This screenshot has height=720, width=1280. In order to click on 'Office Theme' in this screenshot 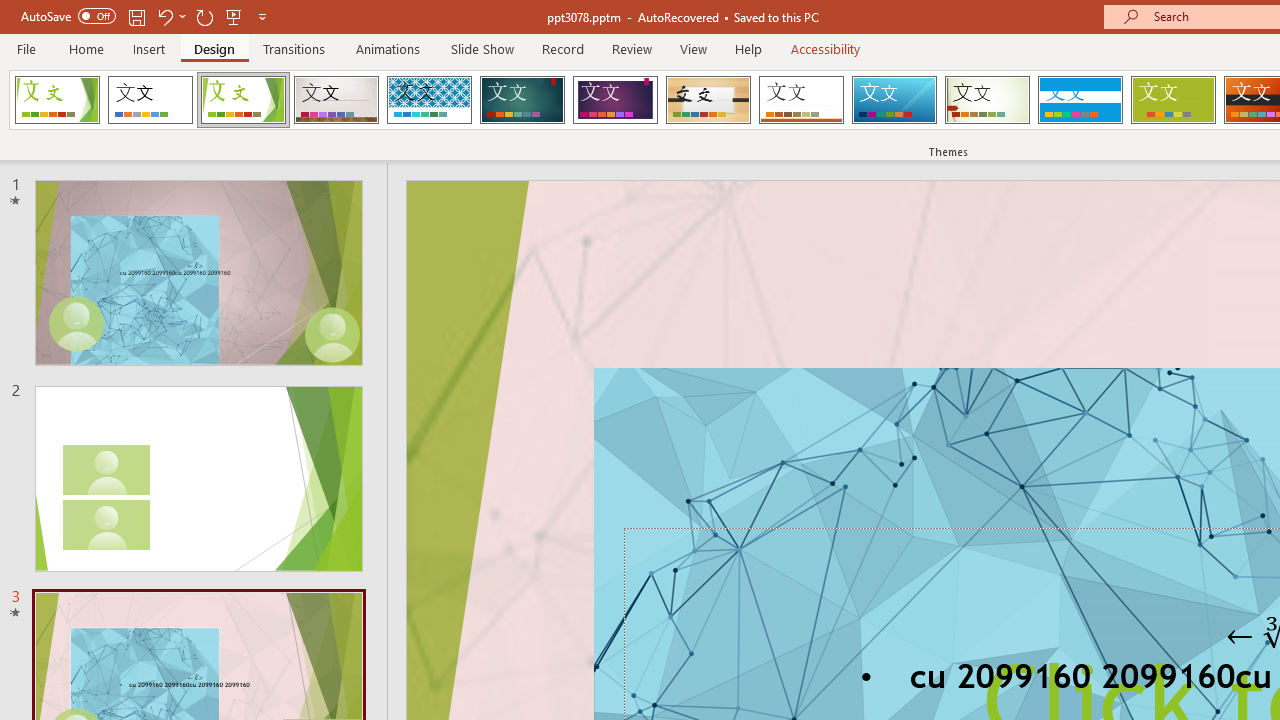, I will do `click(149, 100)`.